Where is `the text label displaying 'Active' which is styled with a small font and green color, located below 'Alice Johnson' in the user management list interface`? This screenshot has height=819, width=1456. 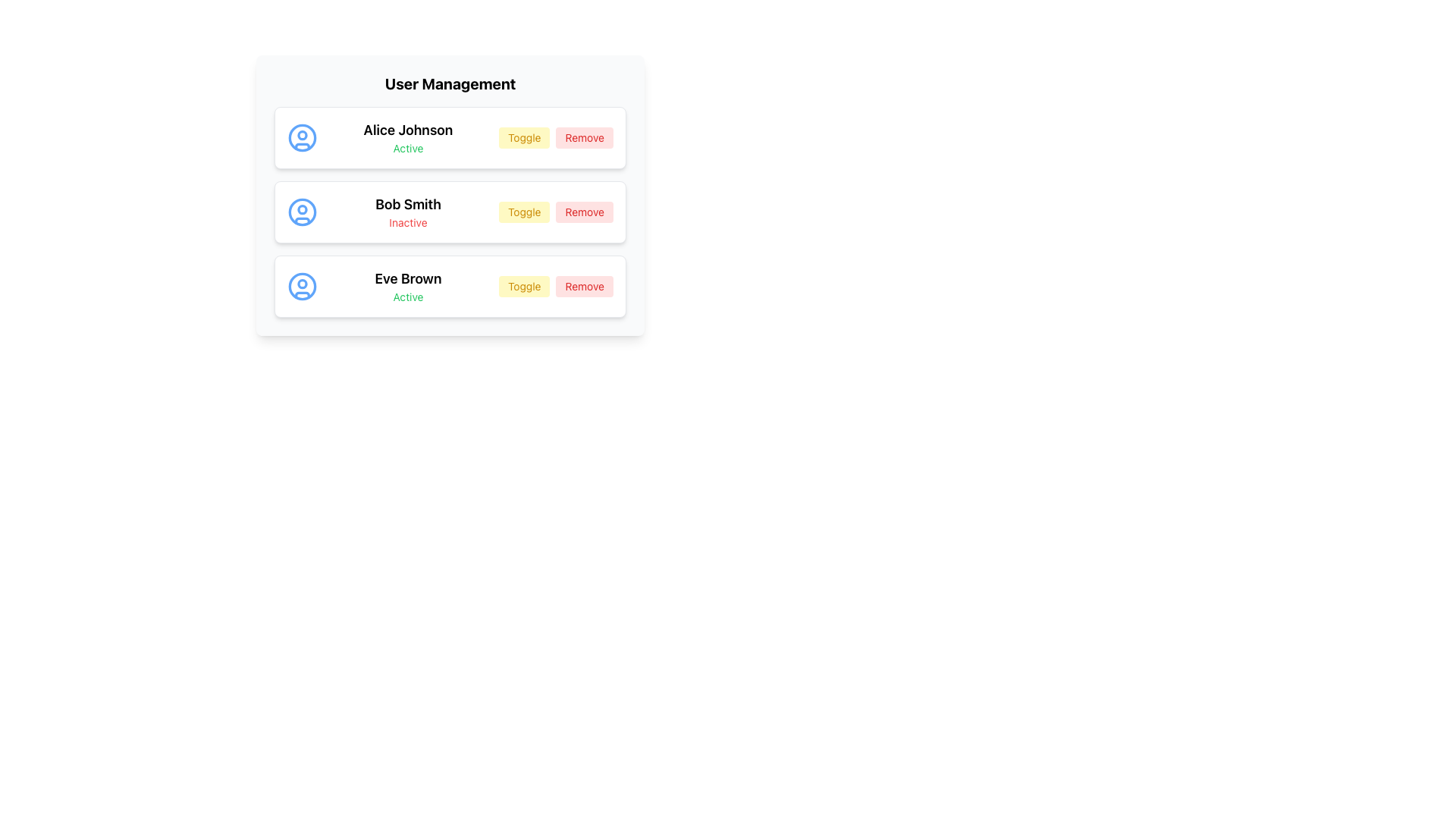 the text label displaying 'Active' which is styled with a small font and green color, located below 'Alice Johnson' in the user management list interface is located at coordinates (408, 149).